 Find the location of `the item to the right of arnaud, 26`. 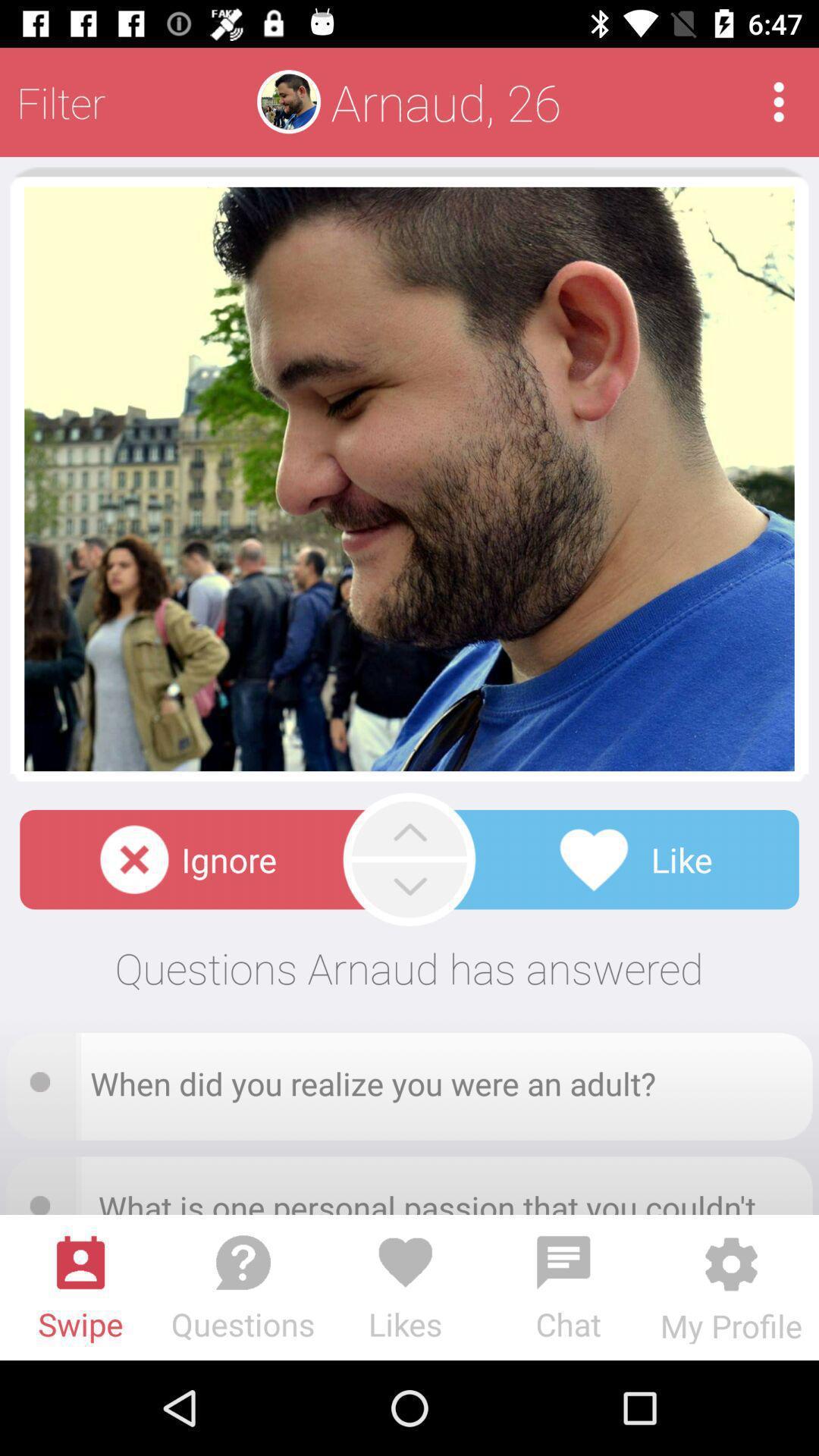

the item to the right of arnaud, 26 is located at coordinates (779, 101).